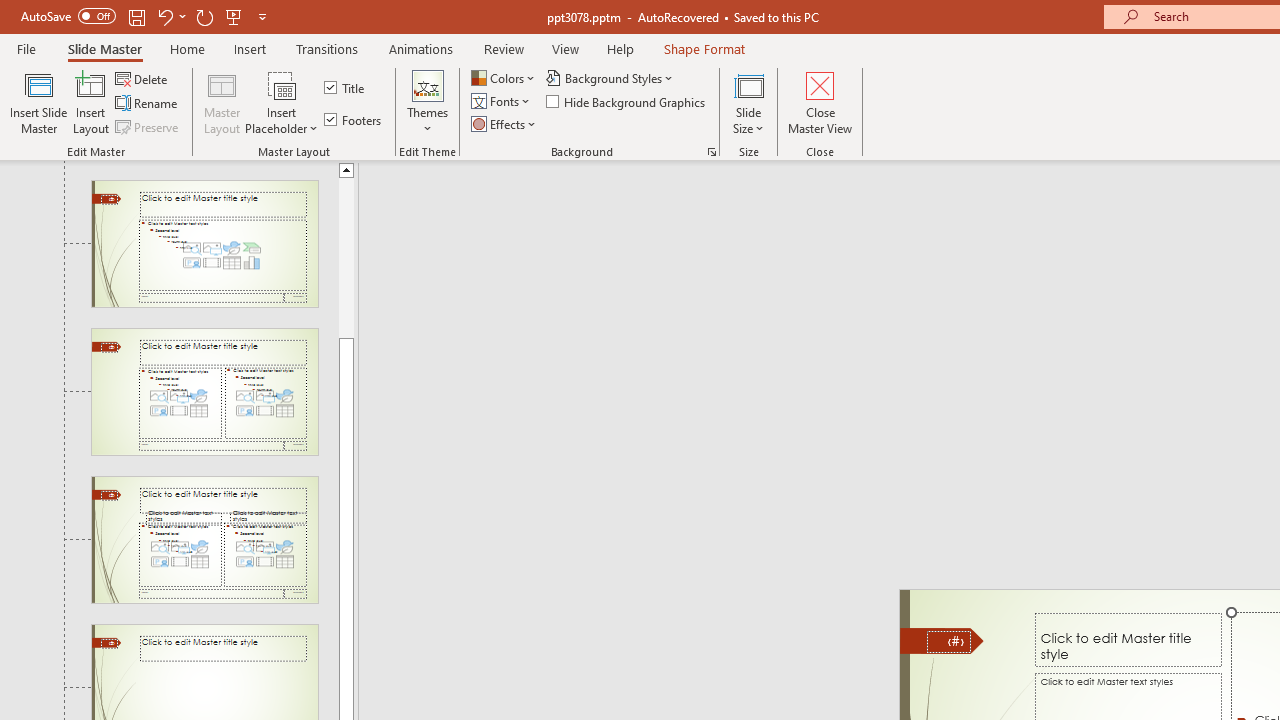  What do you see at coordinates (148, 127) in the screenshot?
I see `'Preserve'` at bounding box center [148, 127].